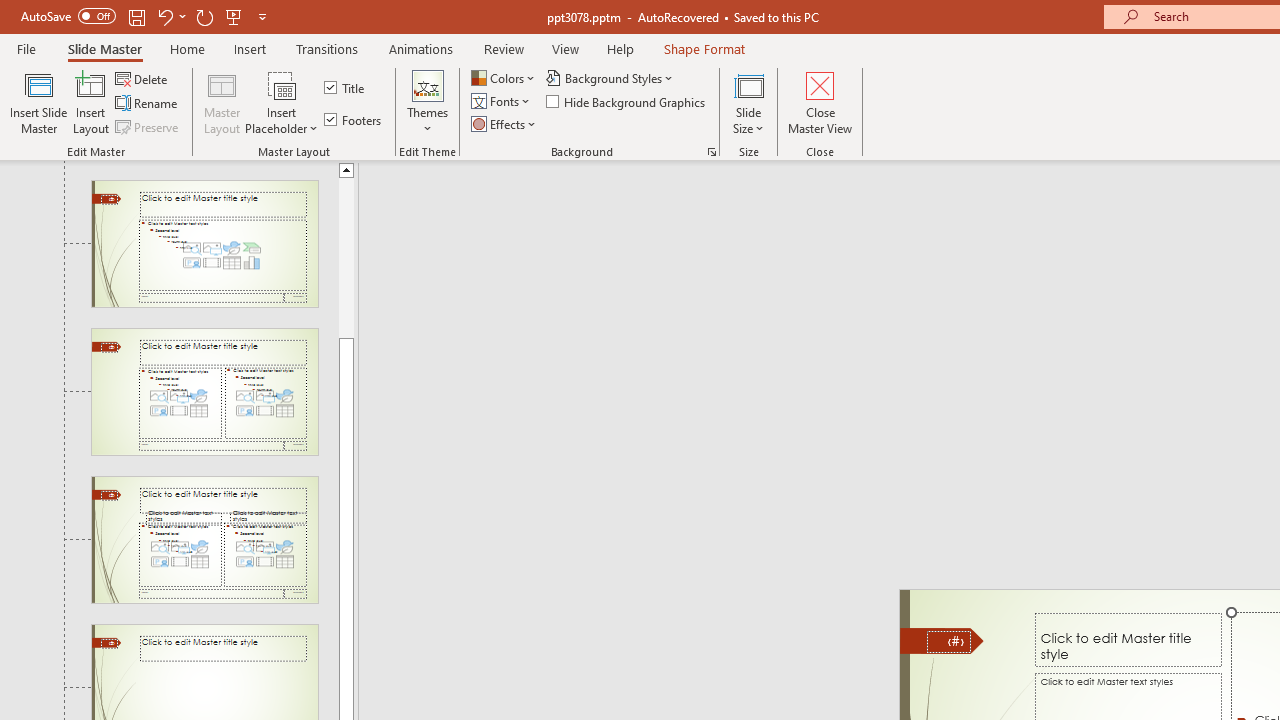  What do you see at coordinates (148, 127) in the screenshot?
I see `'Preserve'` at bounding box center [148, 127].